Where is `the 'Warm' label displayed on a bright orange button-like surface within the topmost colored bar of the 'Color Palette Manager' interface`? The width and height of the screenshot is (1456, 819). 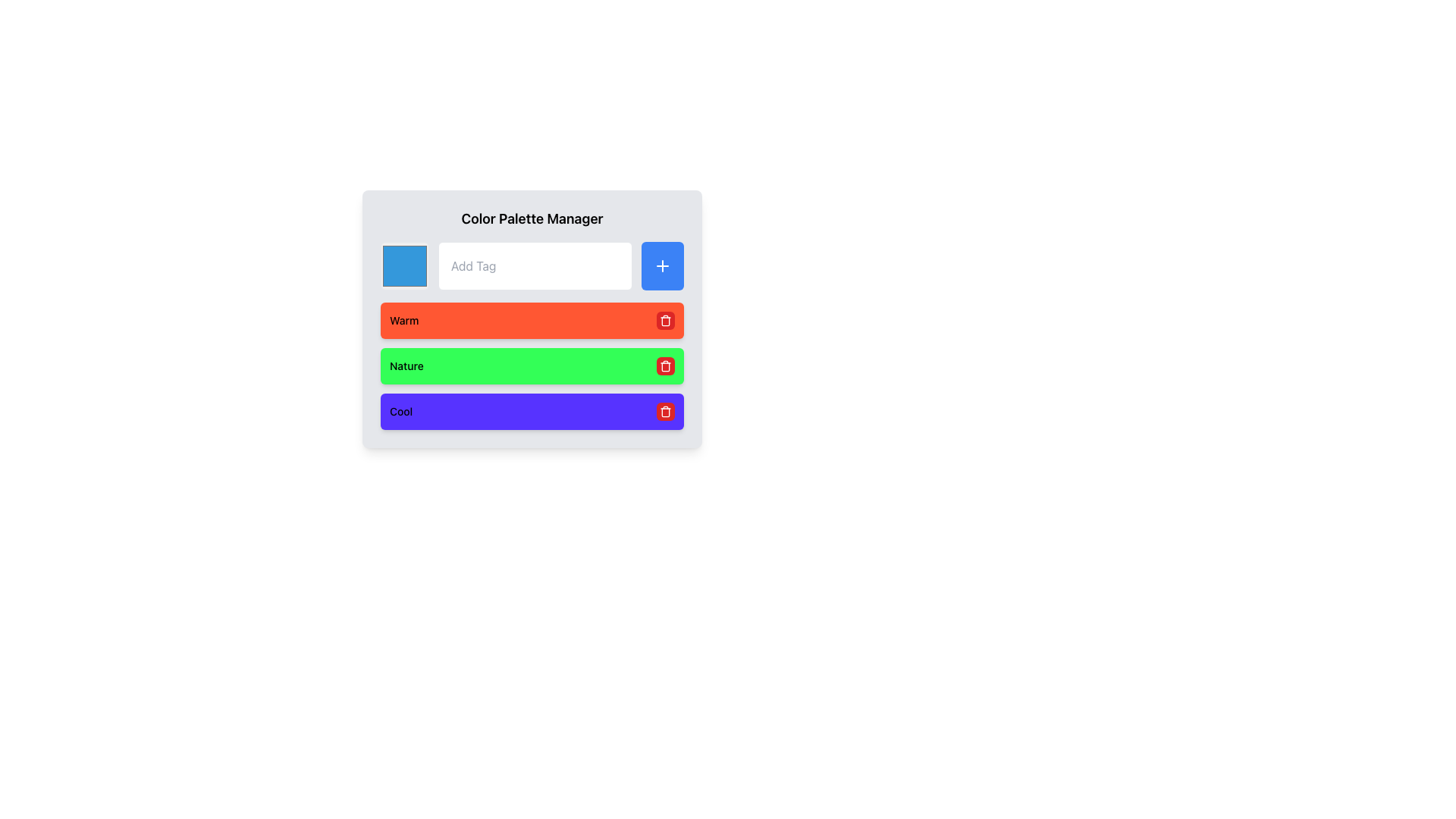
the 'Warm' label displayed on a bright orange button-like surface within the topmost colored bar of the 'Color Palette Manager' interface is located at coordinates (404, 320).